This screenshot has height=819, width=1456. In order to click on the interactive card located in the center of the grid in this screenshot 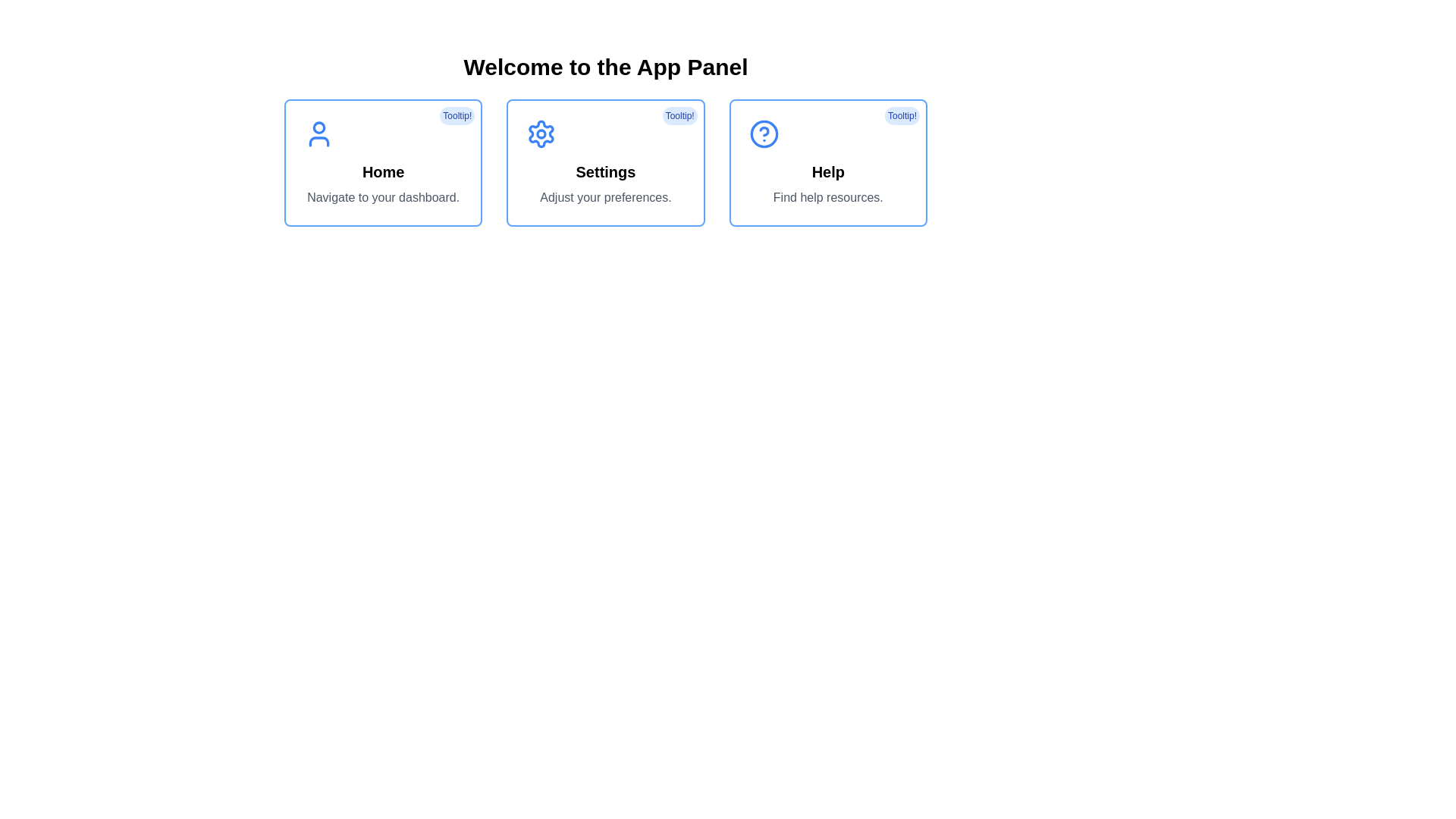, I will do `click(604, 163)`.